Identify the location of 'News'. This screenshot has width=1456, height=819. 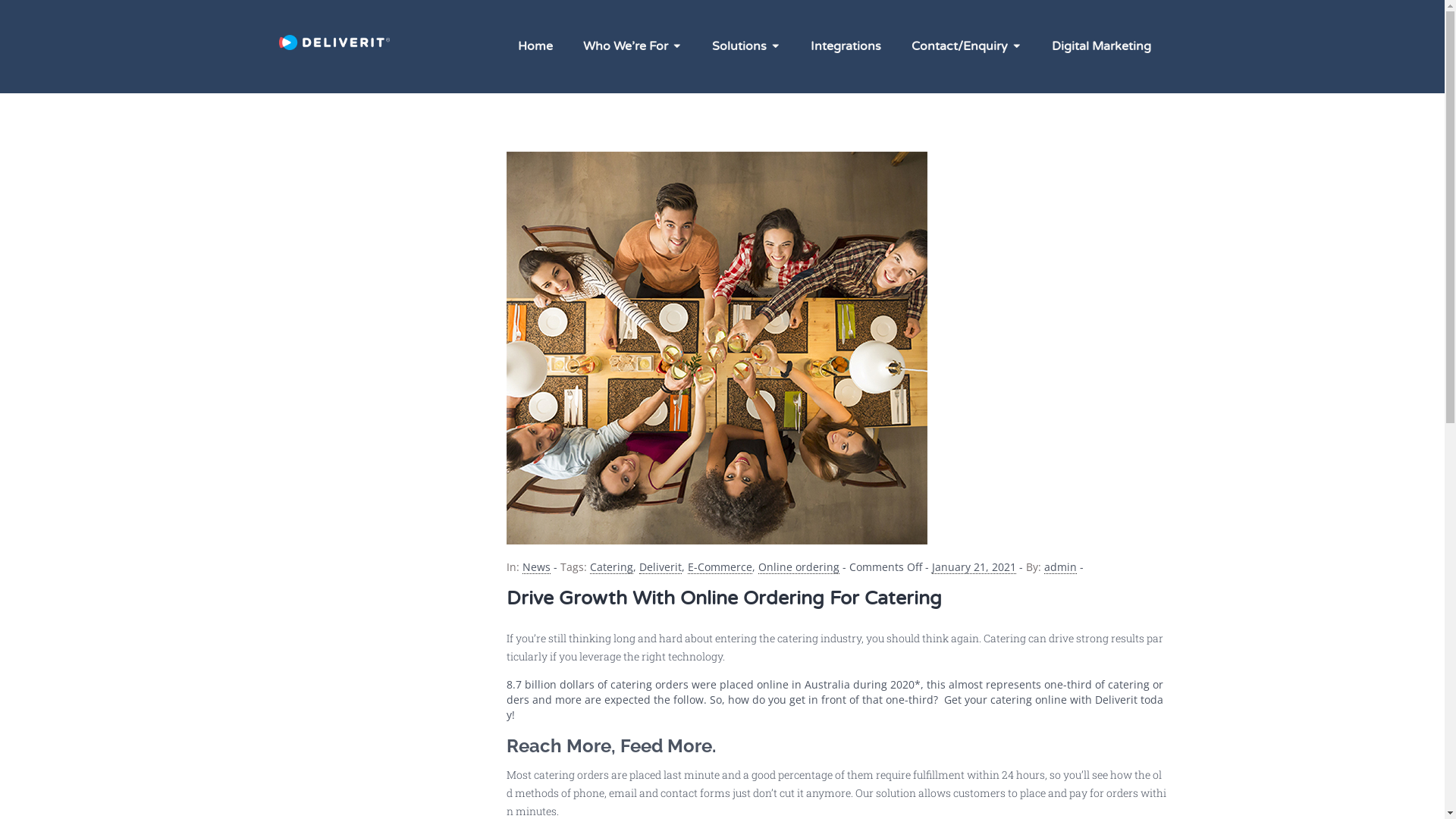
(535, 567).